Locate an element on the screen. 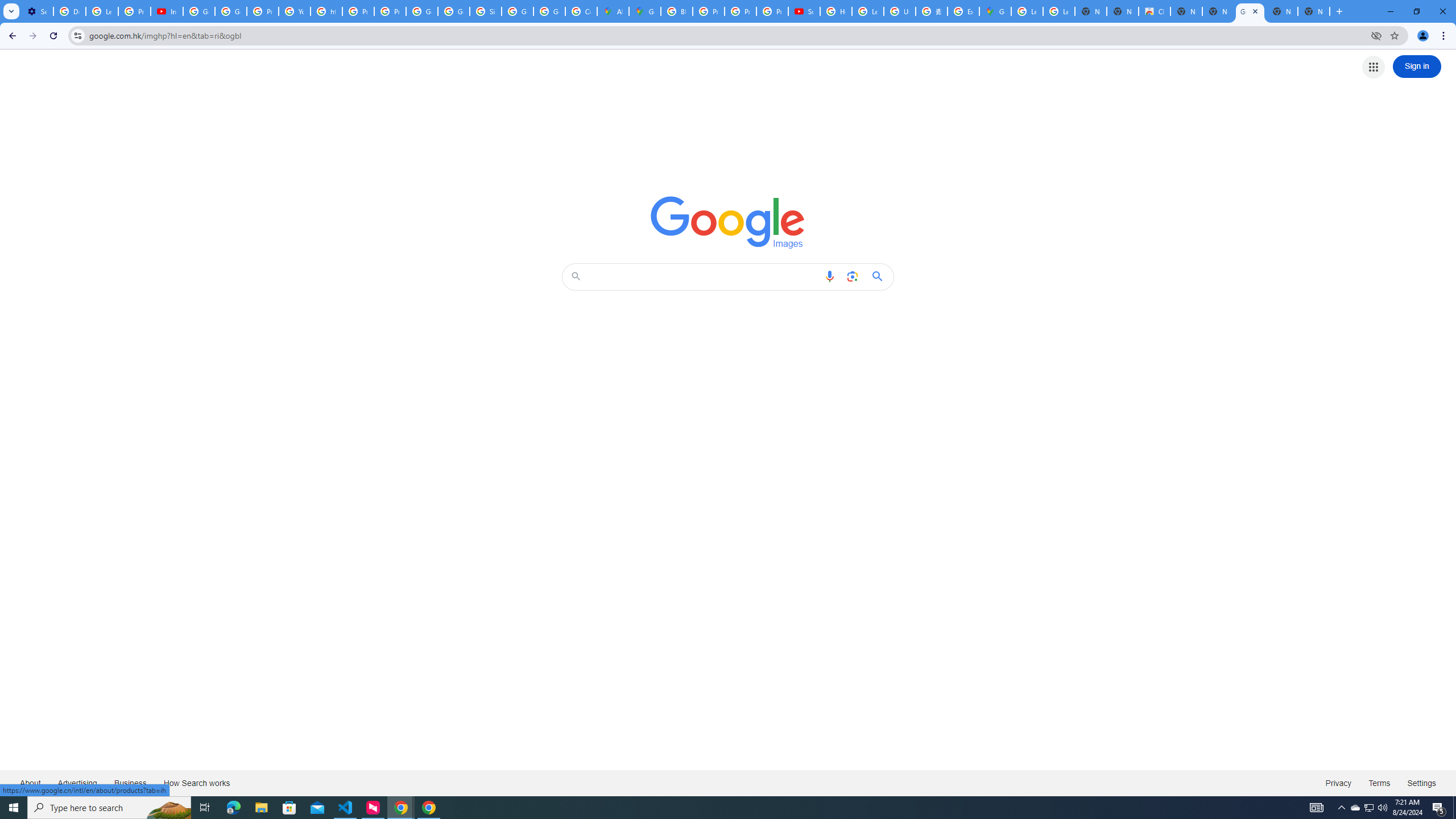 The width and height of the screenshot is (1456, 819). 'Privacy Help Center - Policies Help' is located at coordinates (708, 11).